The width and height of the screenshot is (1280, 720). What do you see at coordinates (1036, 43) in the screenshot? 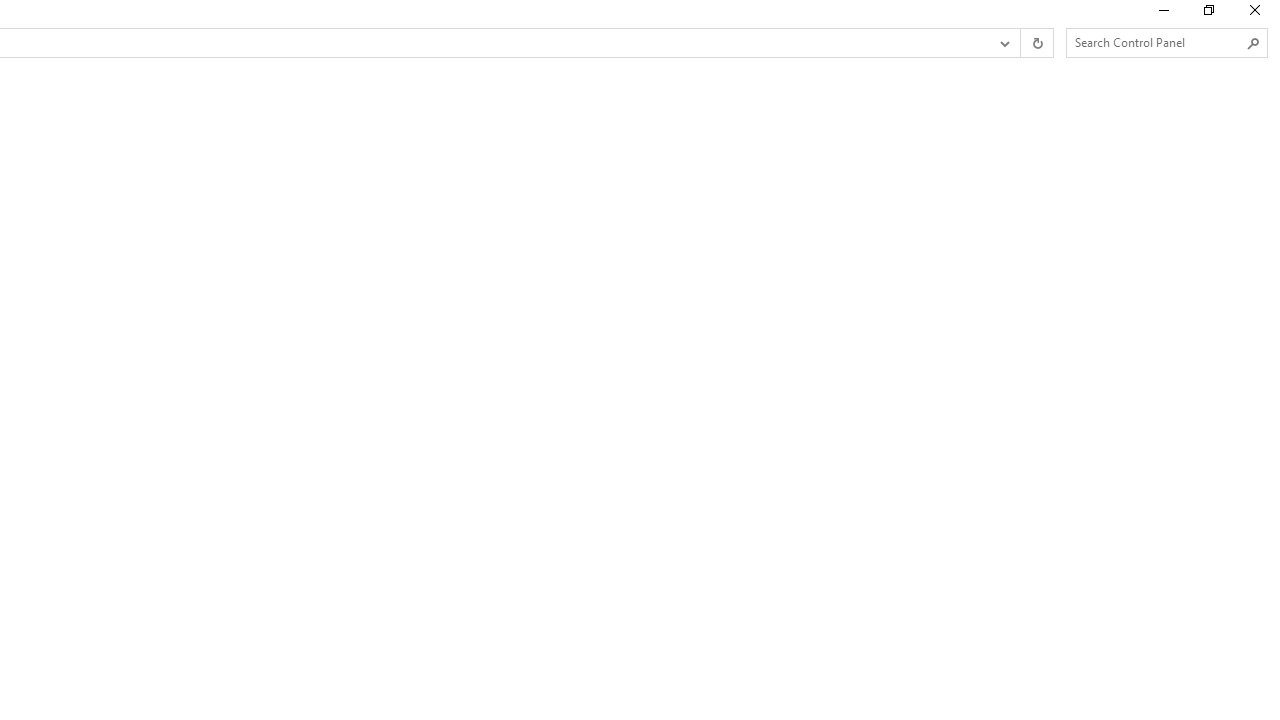
I see `'Refresh "Windows Defender Firewall" (F5)'` at bounding box center [1036, 43].